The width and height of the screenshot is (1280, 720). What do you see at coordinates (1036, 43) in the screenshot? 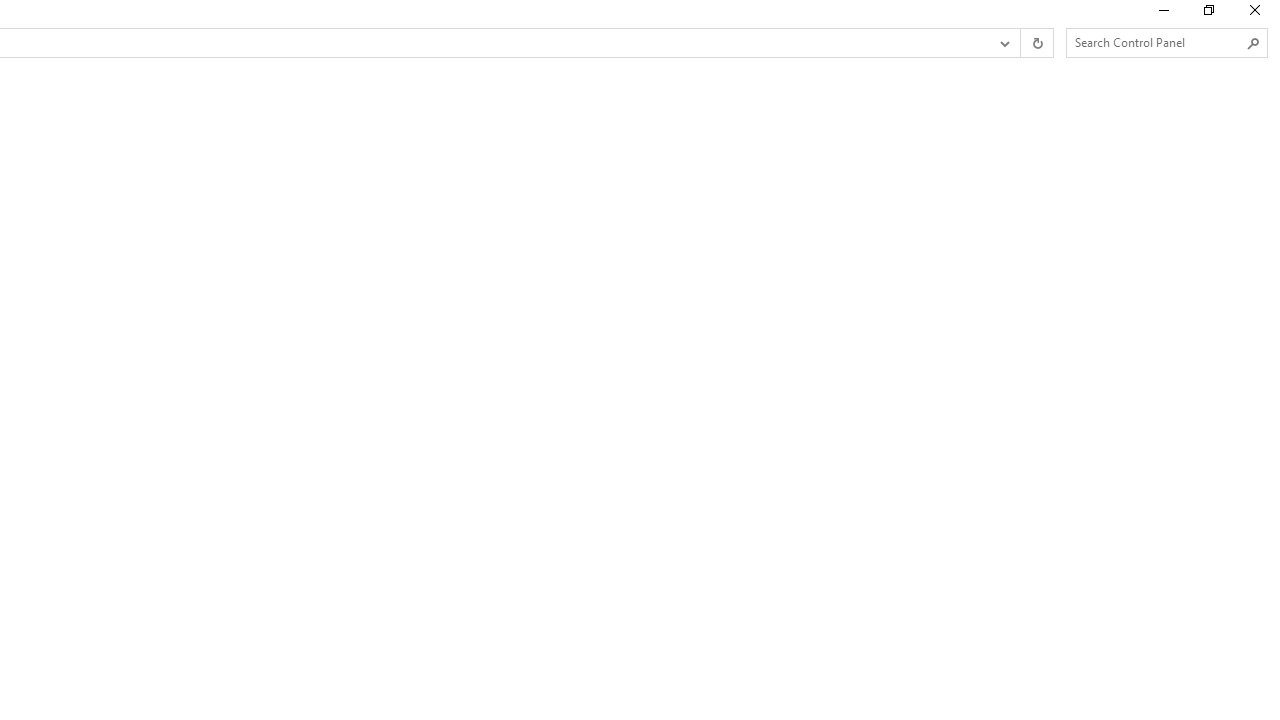
I see `'Refresh "Windows Defender Firewall" (F5)'` at bounding box center [1036, 43].